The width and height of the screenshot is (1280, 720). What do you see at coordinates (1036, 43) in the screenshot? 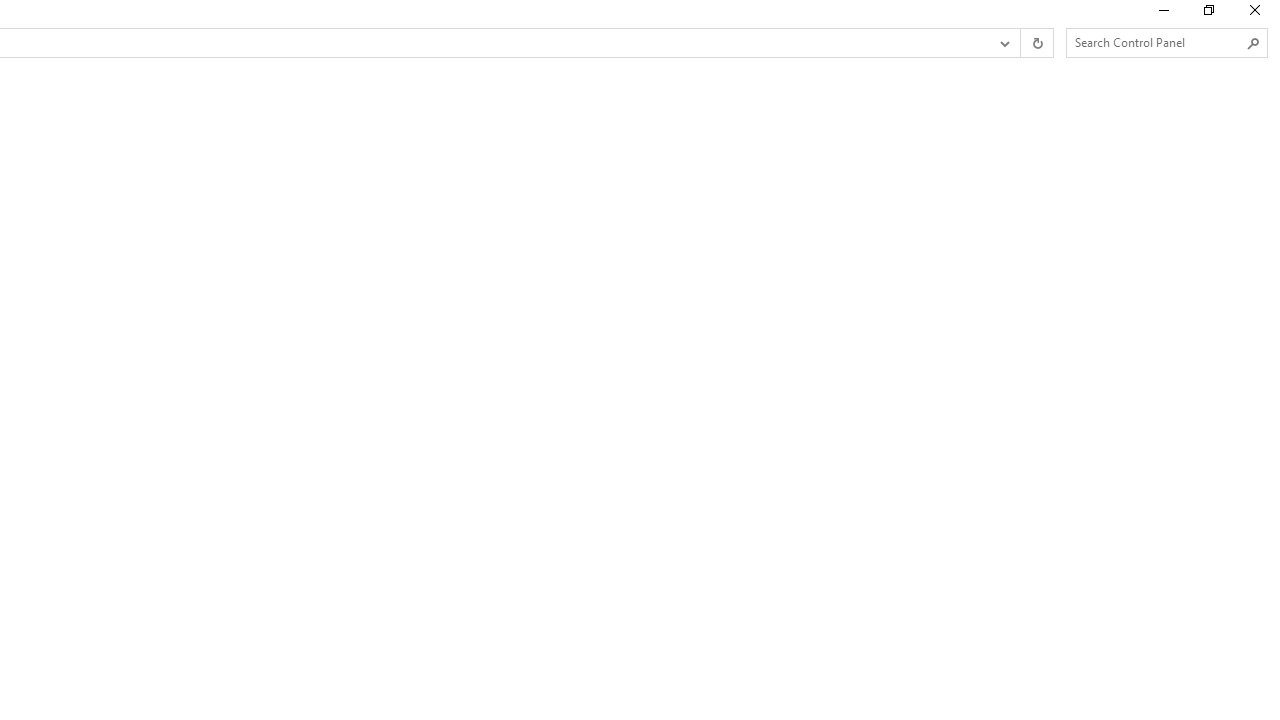
I see `'Refresh "Windows Defender Firewall" (F5)'` at bounding box center [1036, 43].